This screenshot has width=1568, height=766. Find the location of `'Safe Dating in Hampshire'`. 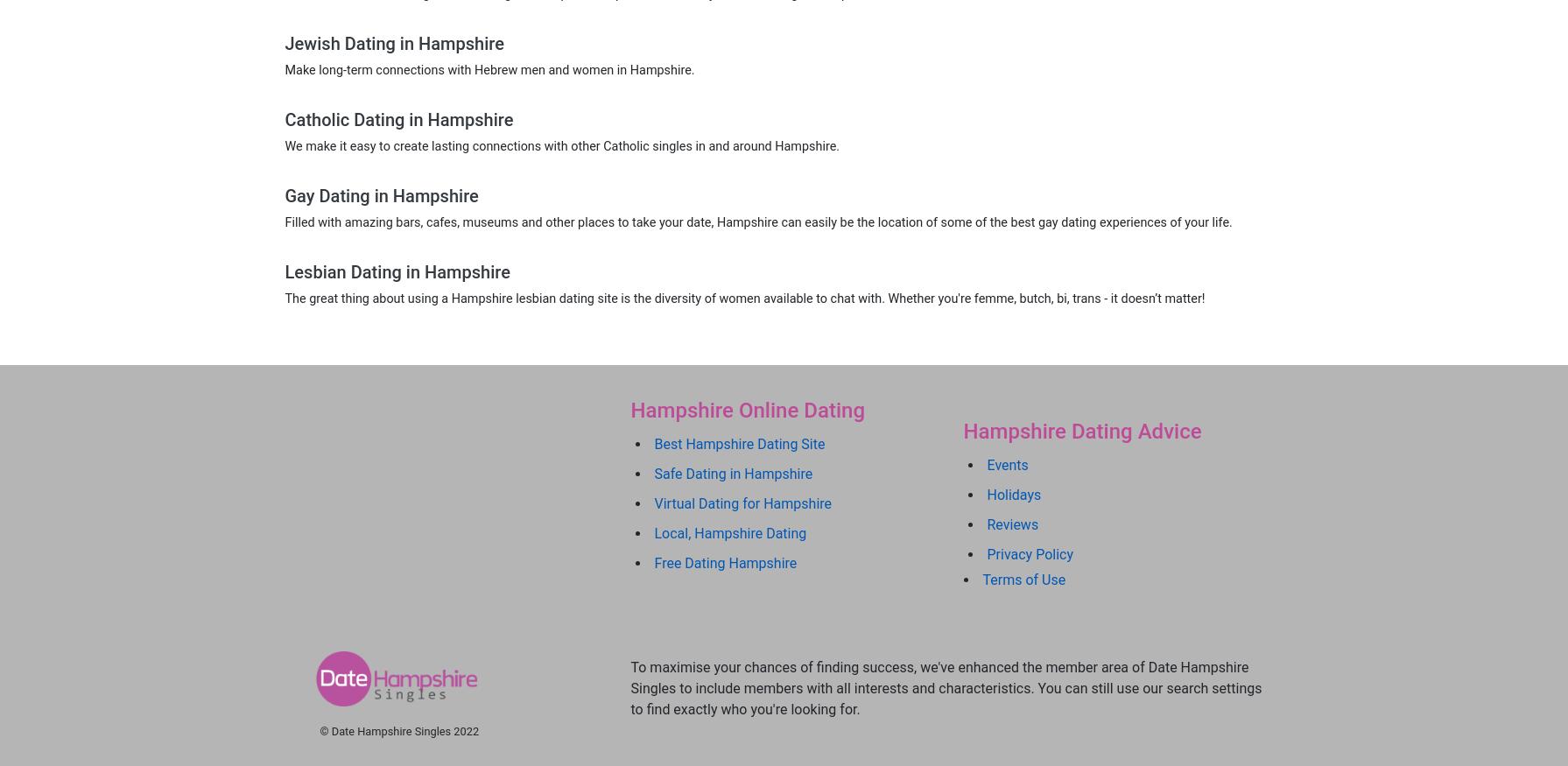

'Safe Dating in Hampshire' is located at coordinates (654, 473).